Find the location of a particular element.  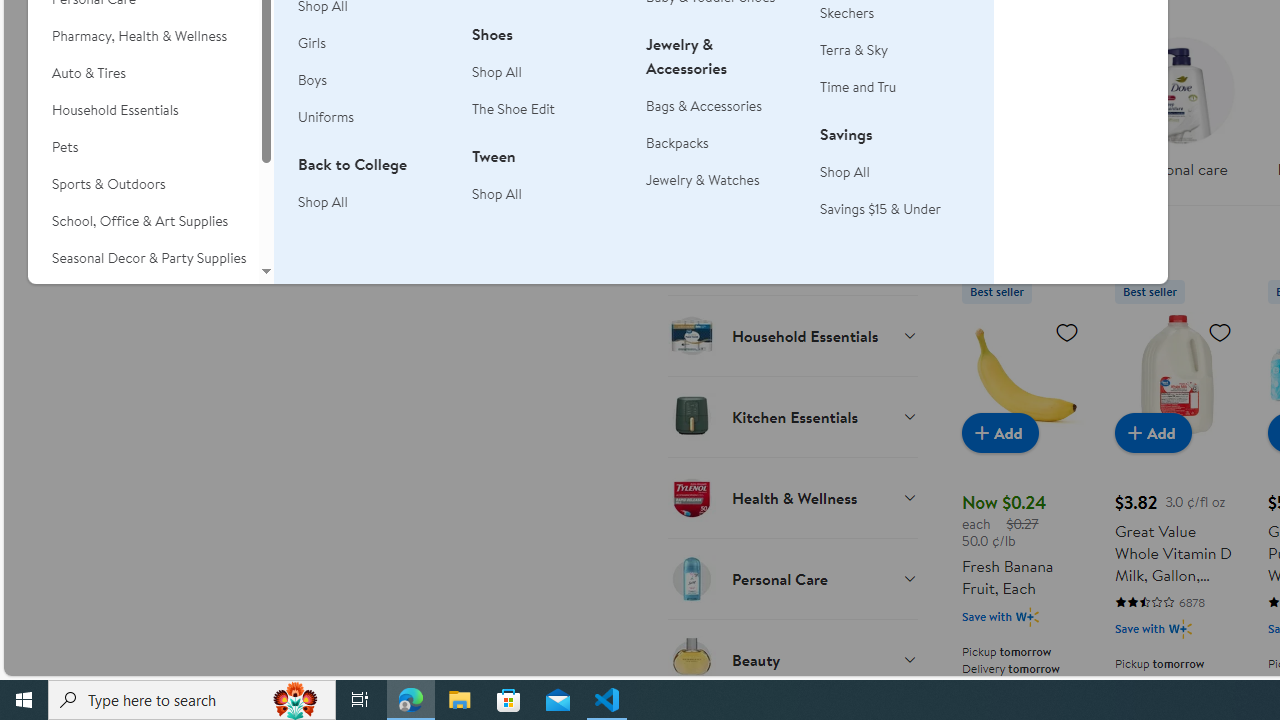

'Jewelry & Watches' is located at coordinates (703, 180).